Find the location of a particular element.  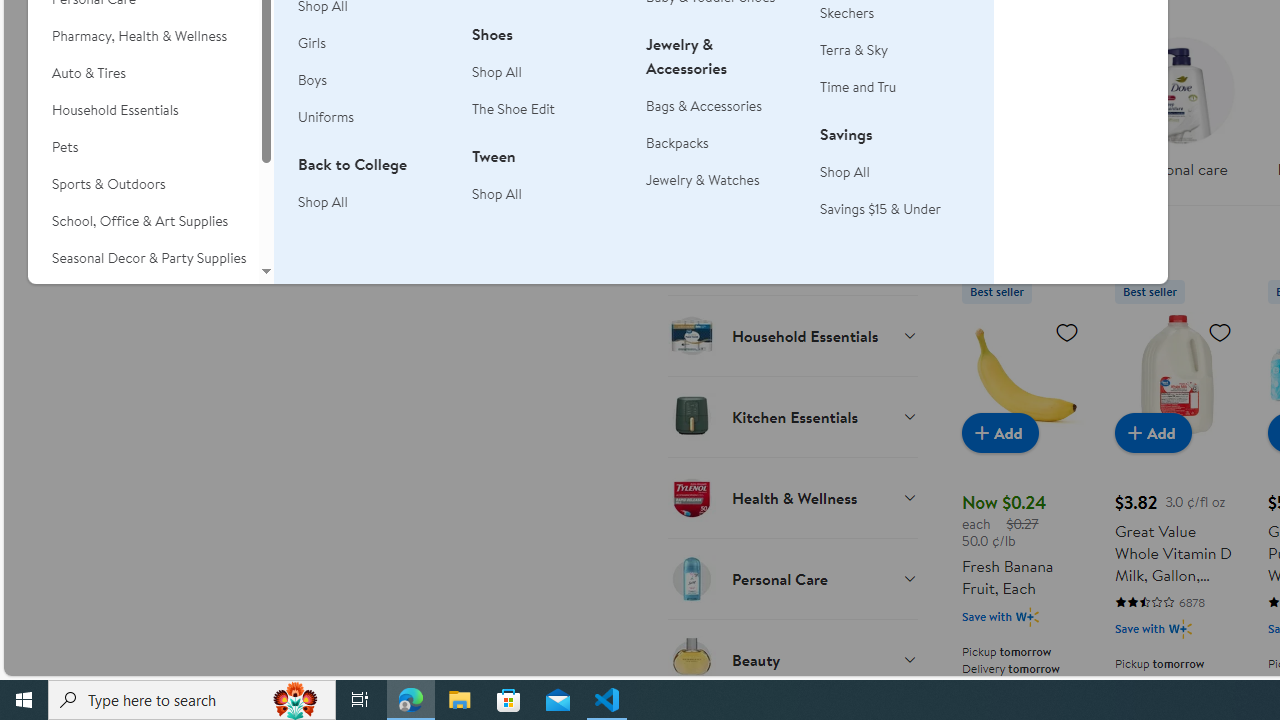

'Jewelry & Watches' is located at coordinates (703, 180).